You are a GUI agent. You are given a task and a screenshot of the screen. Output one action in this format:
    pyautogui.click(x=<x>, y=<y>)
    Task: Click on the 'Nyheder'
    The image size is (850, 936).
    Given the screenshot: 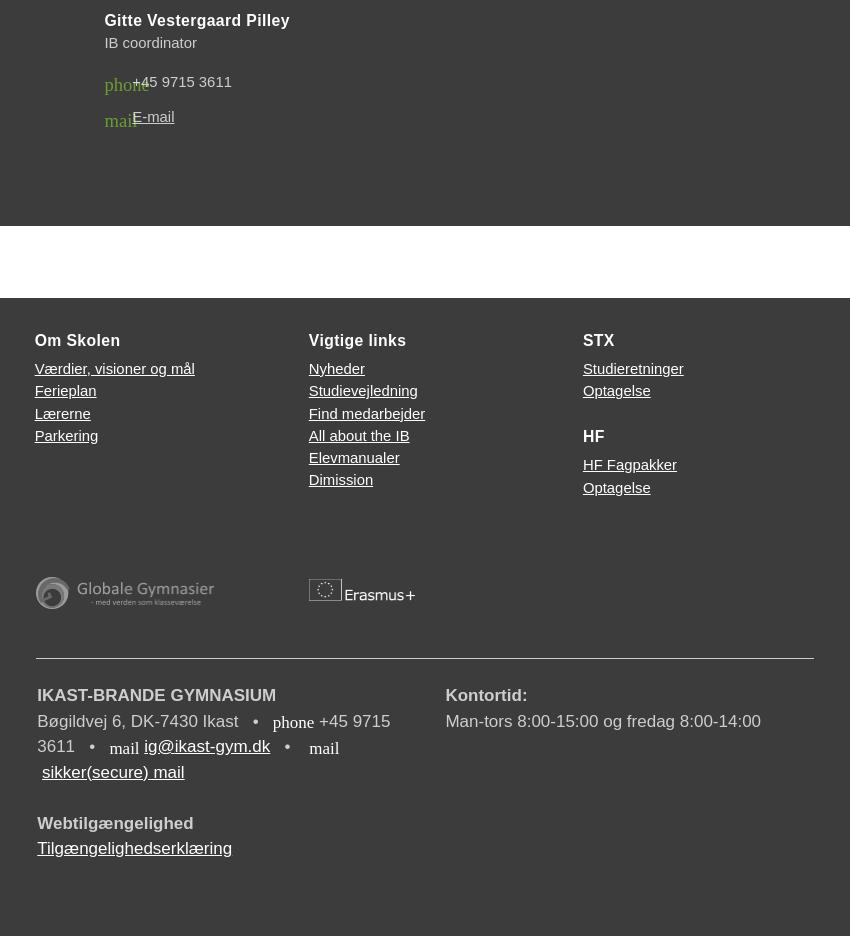 What is the action you would take?
    pyautogui.click(x=308, y=368)
    